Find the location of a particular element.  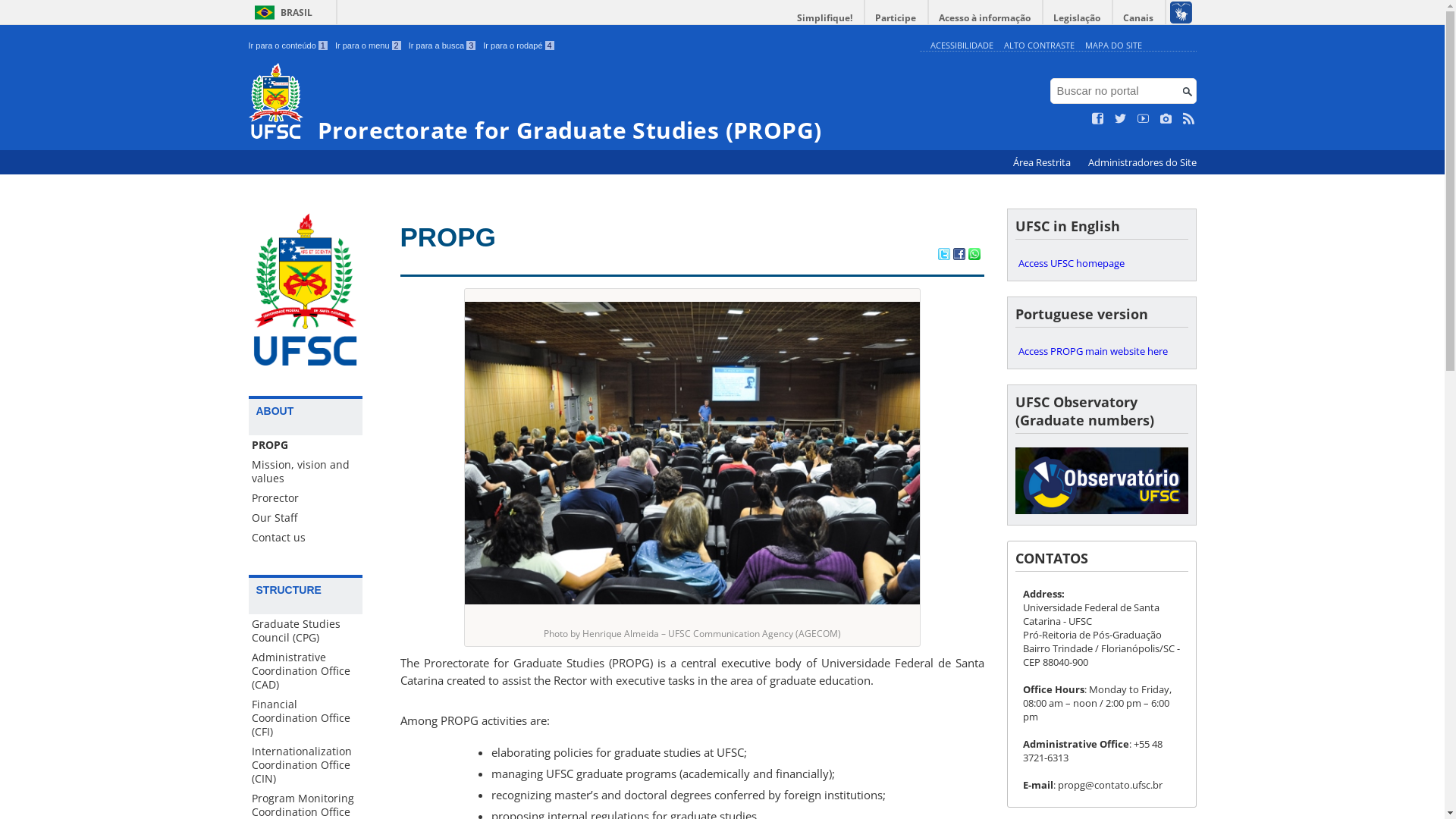

'Contact us' is located at coordinates (305, 537).